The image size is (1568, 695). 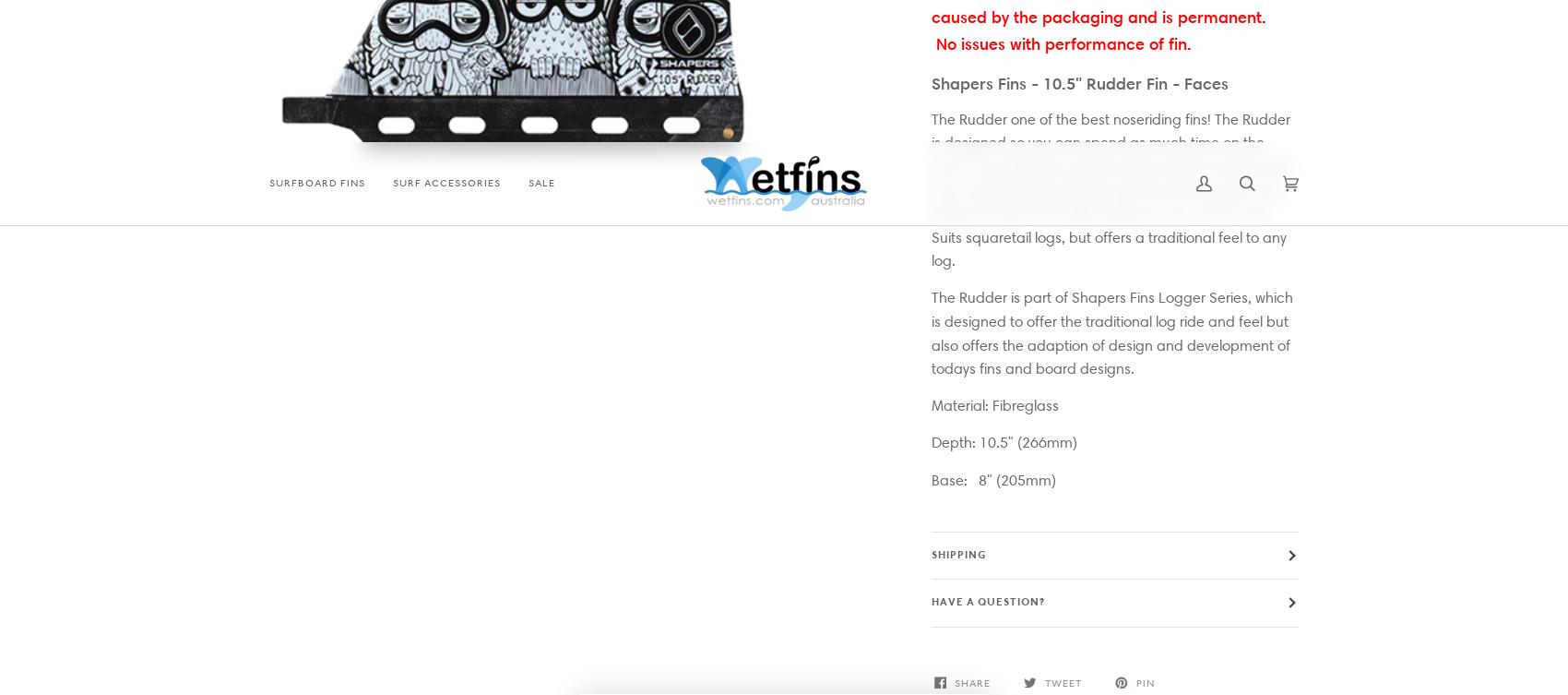 I want to click on 'FCS Fins', so click(x=558, y=360).